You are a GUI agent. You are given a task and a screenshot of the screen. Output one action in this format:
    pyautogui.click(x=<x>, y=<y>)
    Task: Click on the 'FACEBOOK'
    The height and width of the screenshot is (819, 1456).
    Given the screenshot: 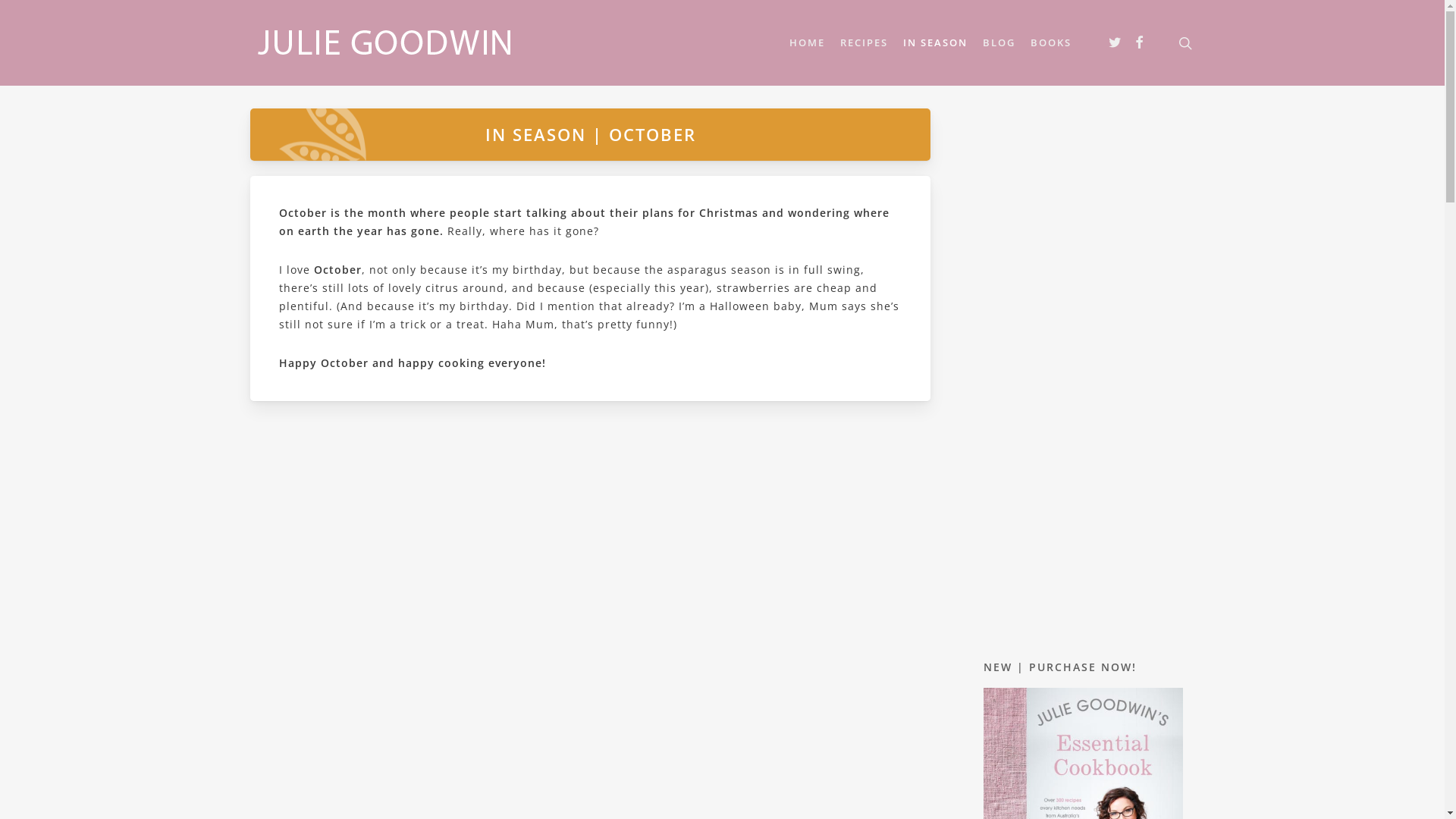 What is the action you would take?
    pyautogui.click(x=1128, y=42)
    